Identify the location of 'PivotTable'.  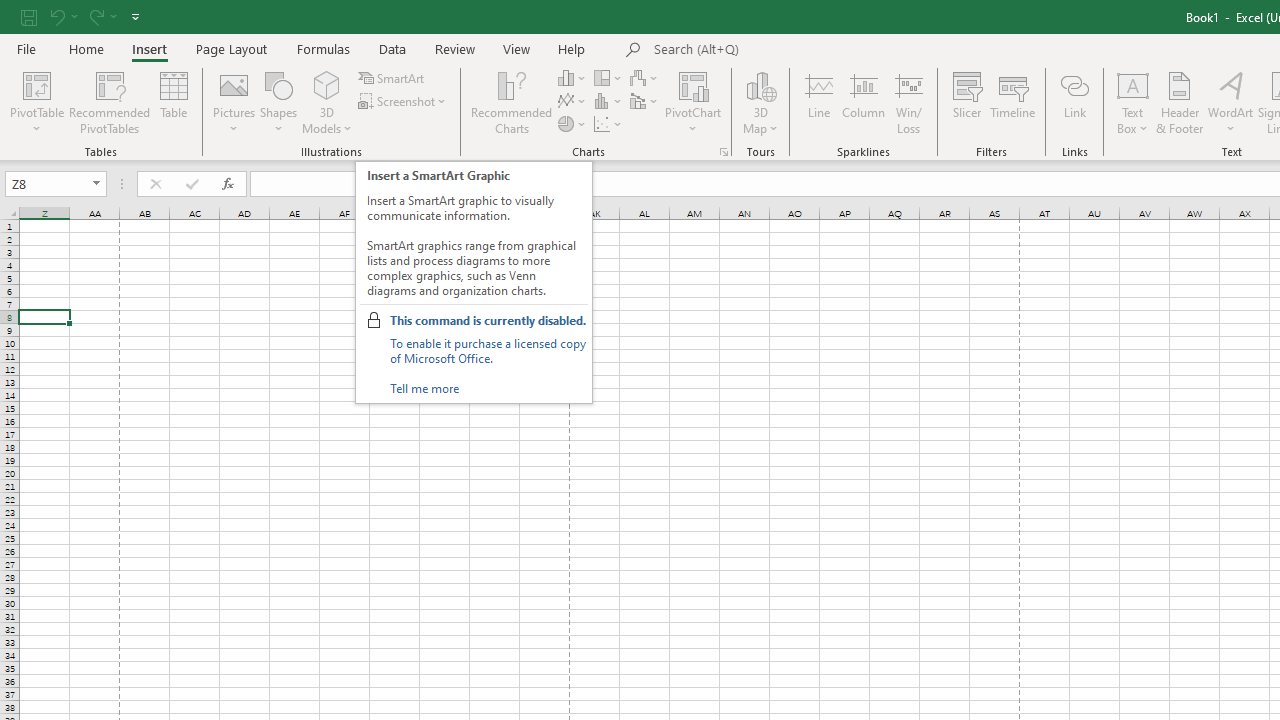
(37, 84).